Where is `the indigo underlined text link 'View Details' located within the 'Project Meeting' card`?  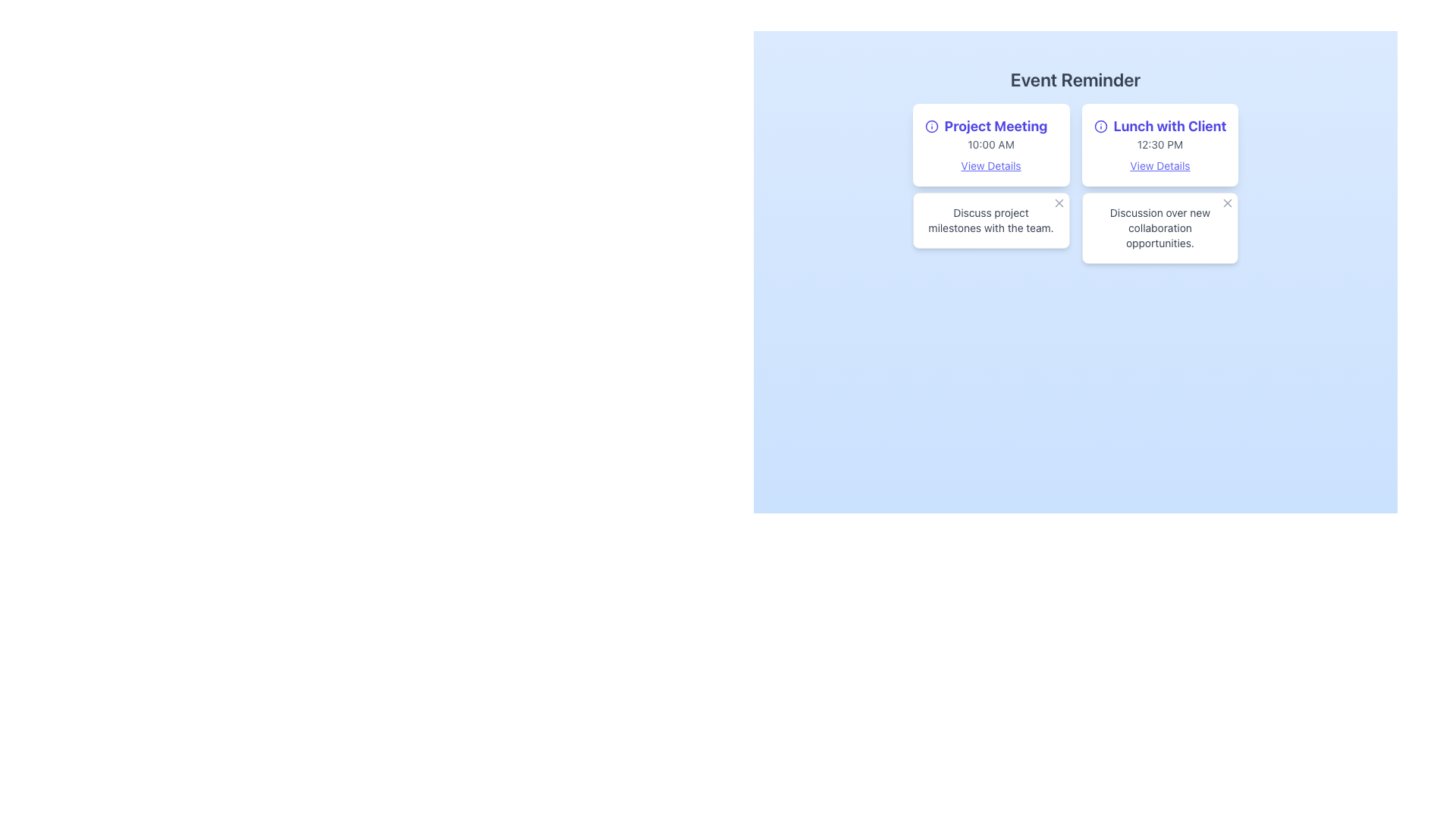 the indigo underlined text link 'View Details' located within the 'Project Meeting' card is located at coordinates (990, 166).